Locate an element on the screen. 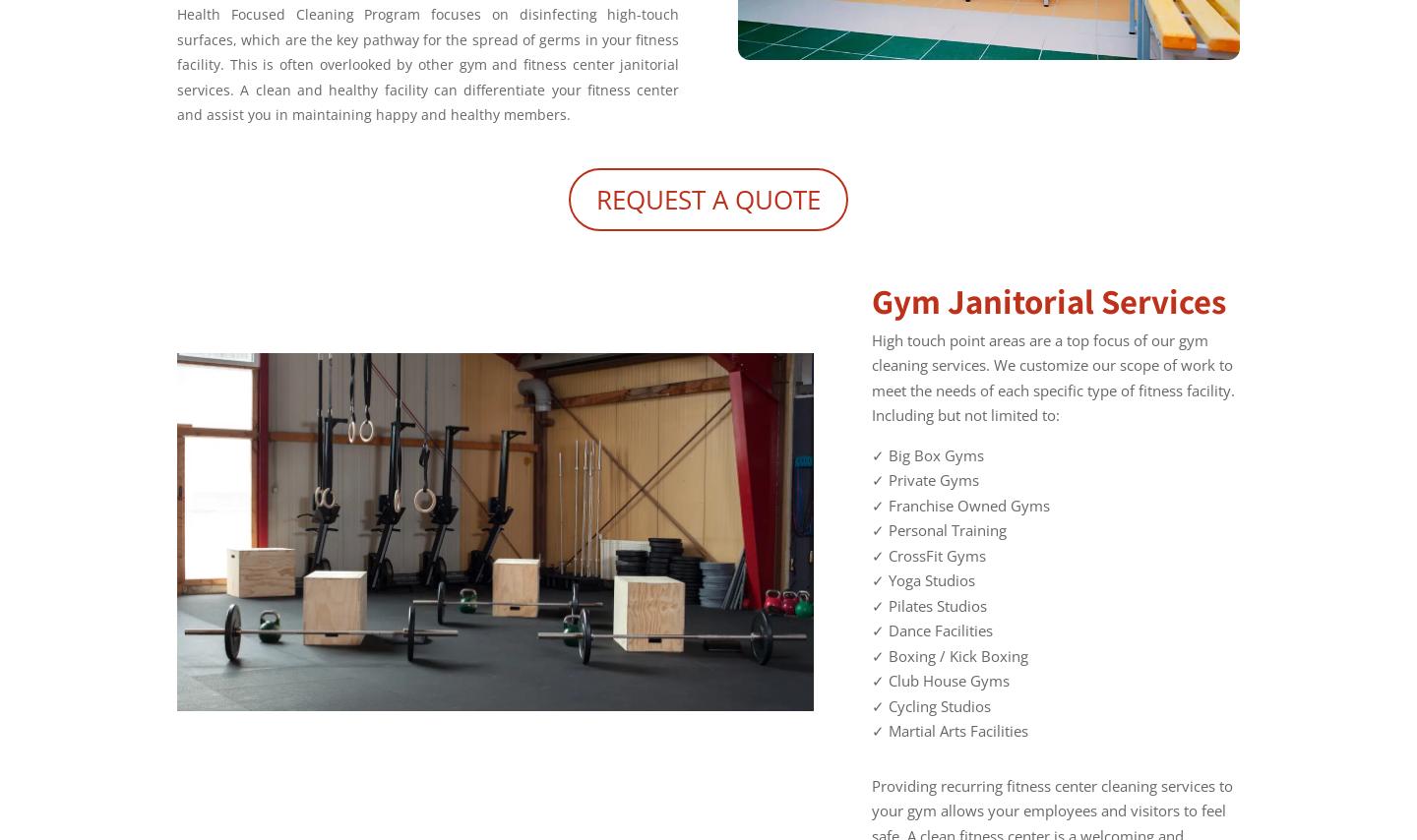 The height and width of the screenshot is (840, 1417). '✓ CrossFit Gyms' is located at coordinates (929, 553).